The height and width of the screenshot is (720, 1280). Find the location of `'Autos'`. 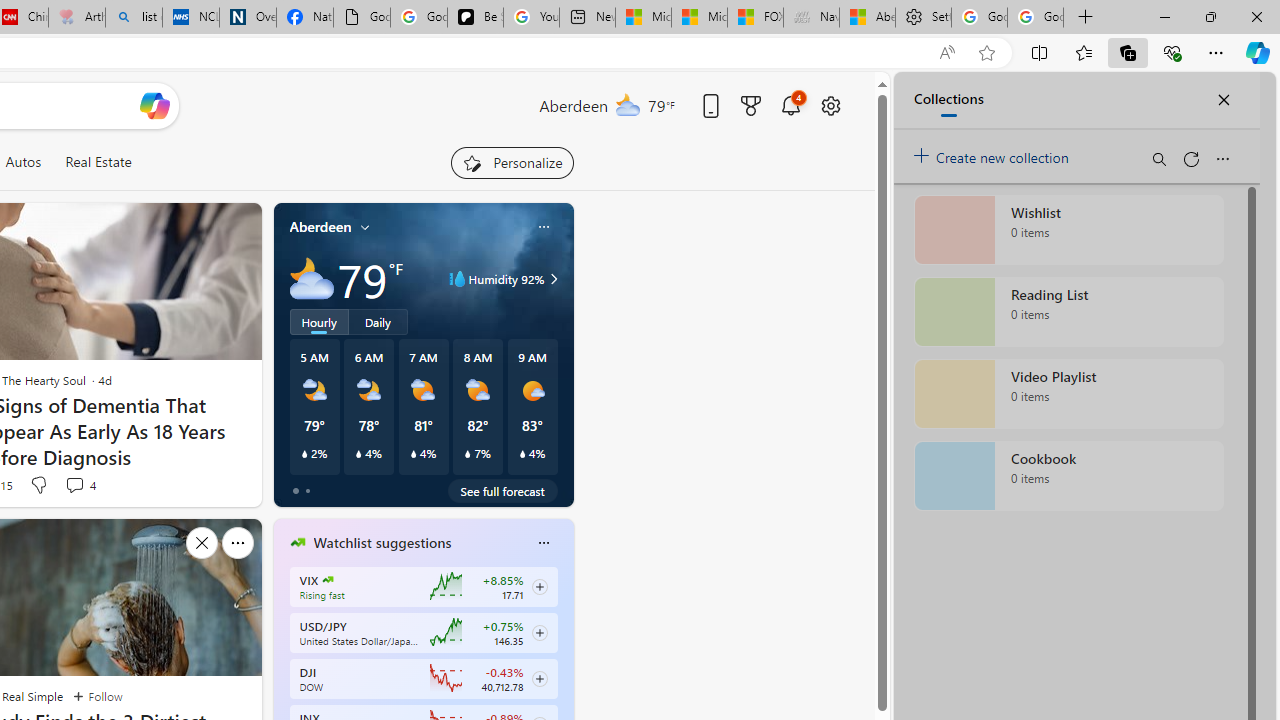

'Autos' is located at coordinates (23, 161).